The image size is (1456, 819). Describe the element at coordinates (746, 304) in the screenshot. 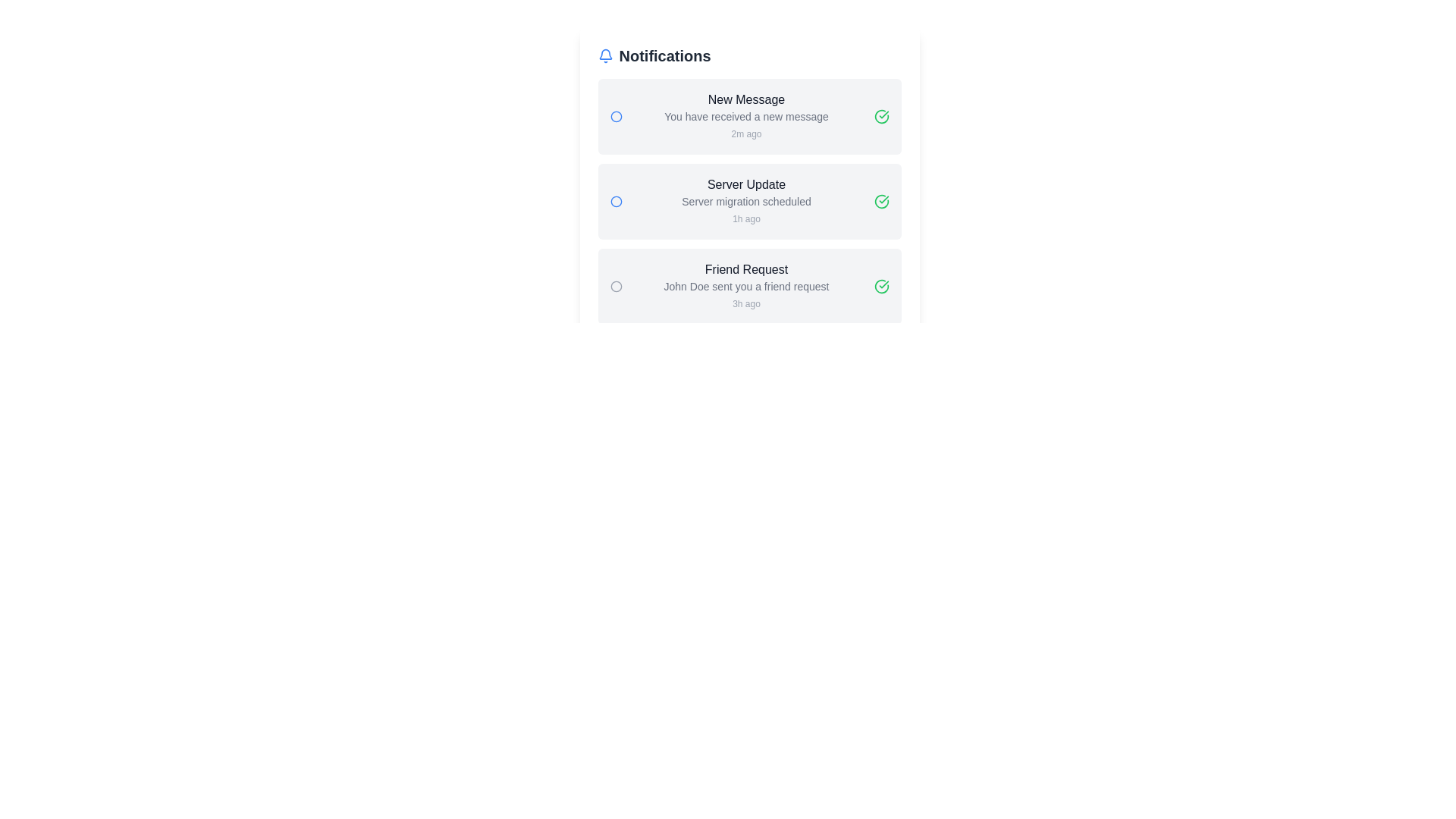

I see `text content of the small gray label displaying '3h ago', located beneath the main description of the 'Friend Request' notification` at that location.